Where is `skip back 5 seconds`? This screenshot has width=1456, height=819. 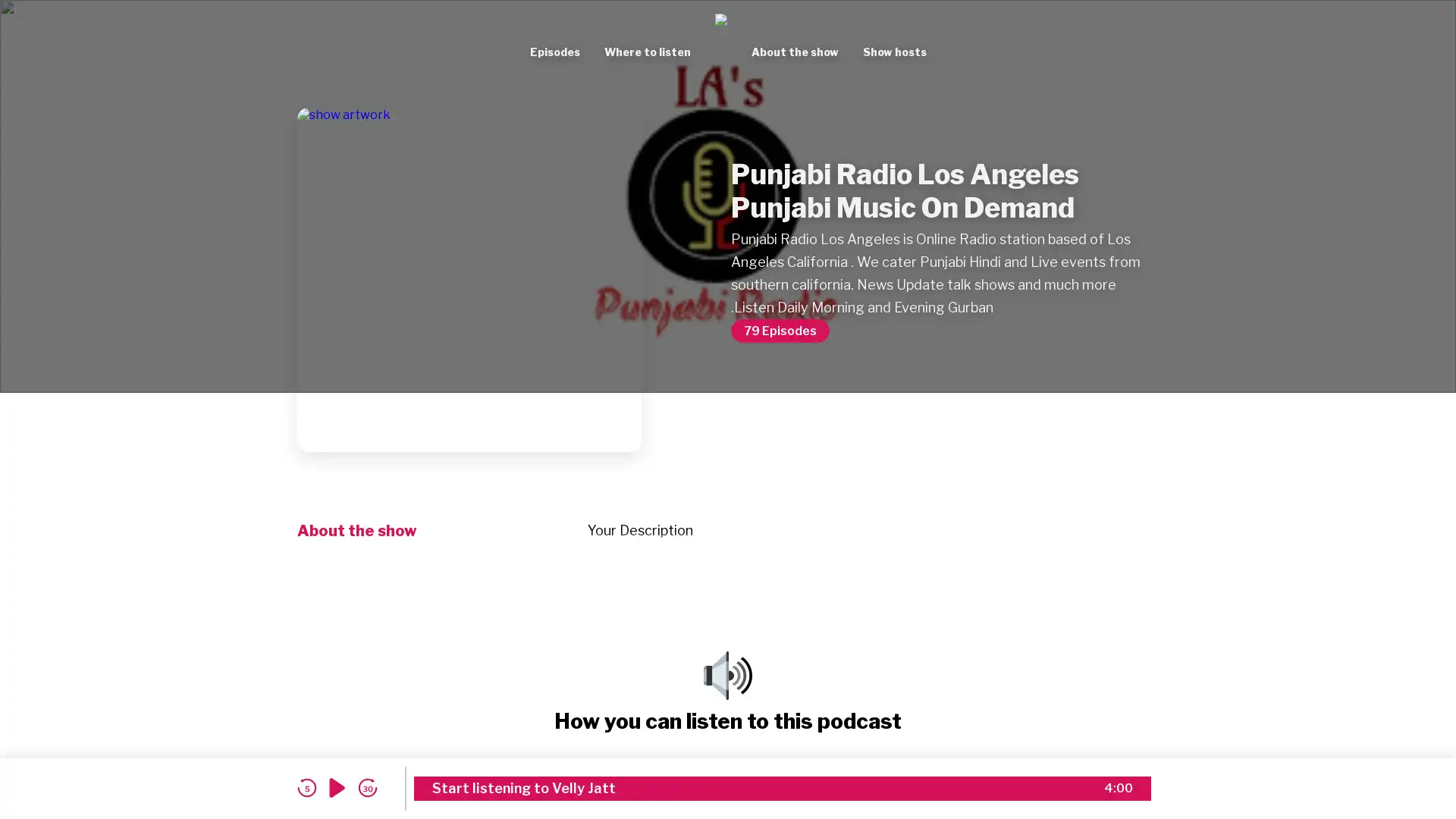 skip back 5 seconds is located at coordinates (306, 787).